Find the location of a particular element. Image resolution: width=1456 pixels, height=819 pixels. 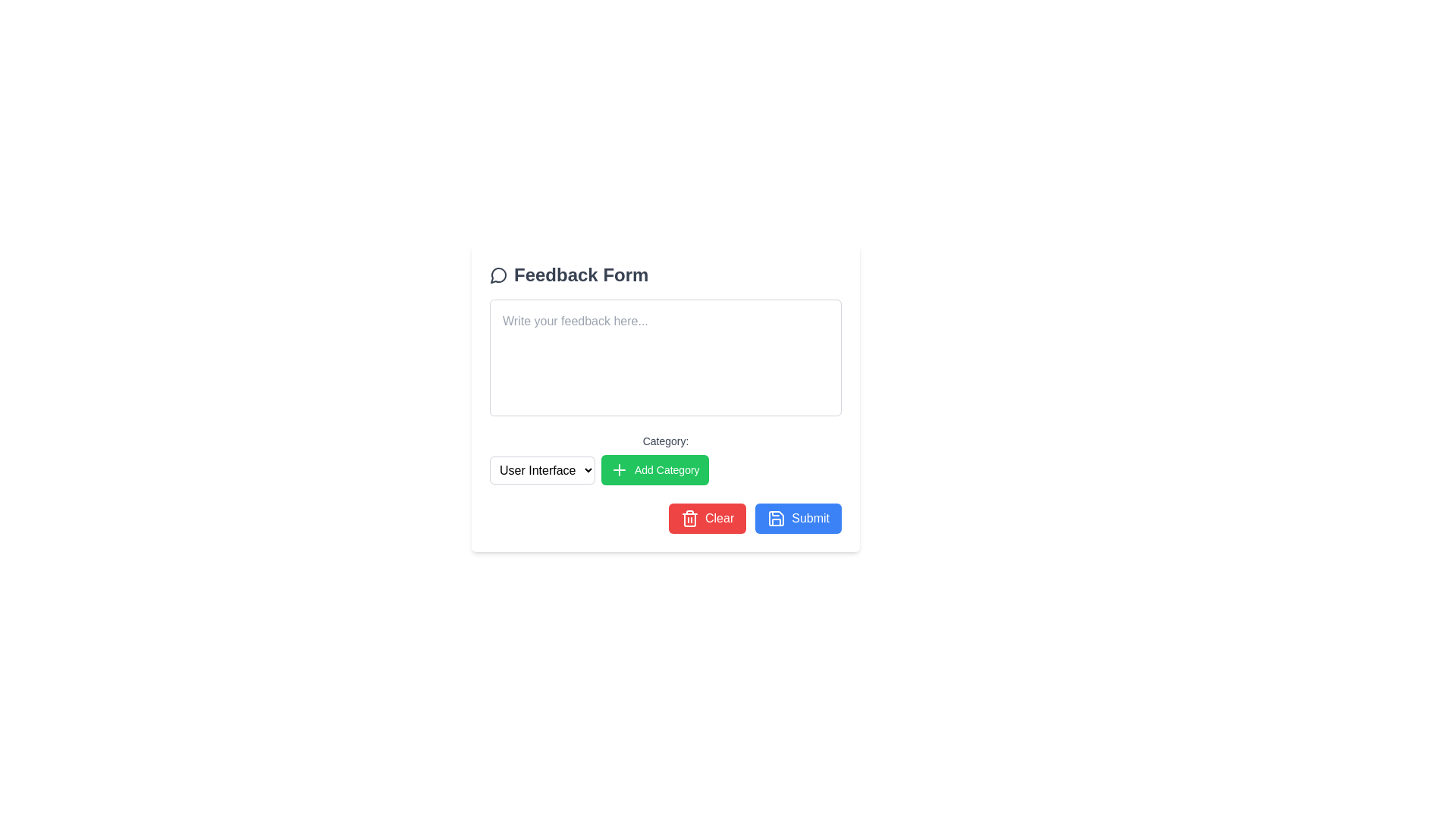

the button to the right of the 'User Interface' dropdown menu in the 'Category' section of the 'Feedback Form' is located at coordinates (666, 458).